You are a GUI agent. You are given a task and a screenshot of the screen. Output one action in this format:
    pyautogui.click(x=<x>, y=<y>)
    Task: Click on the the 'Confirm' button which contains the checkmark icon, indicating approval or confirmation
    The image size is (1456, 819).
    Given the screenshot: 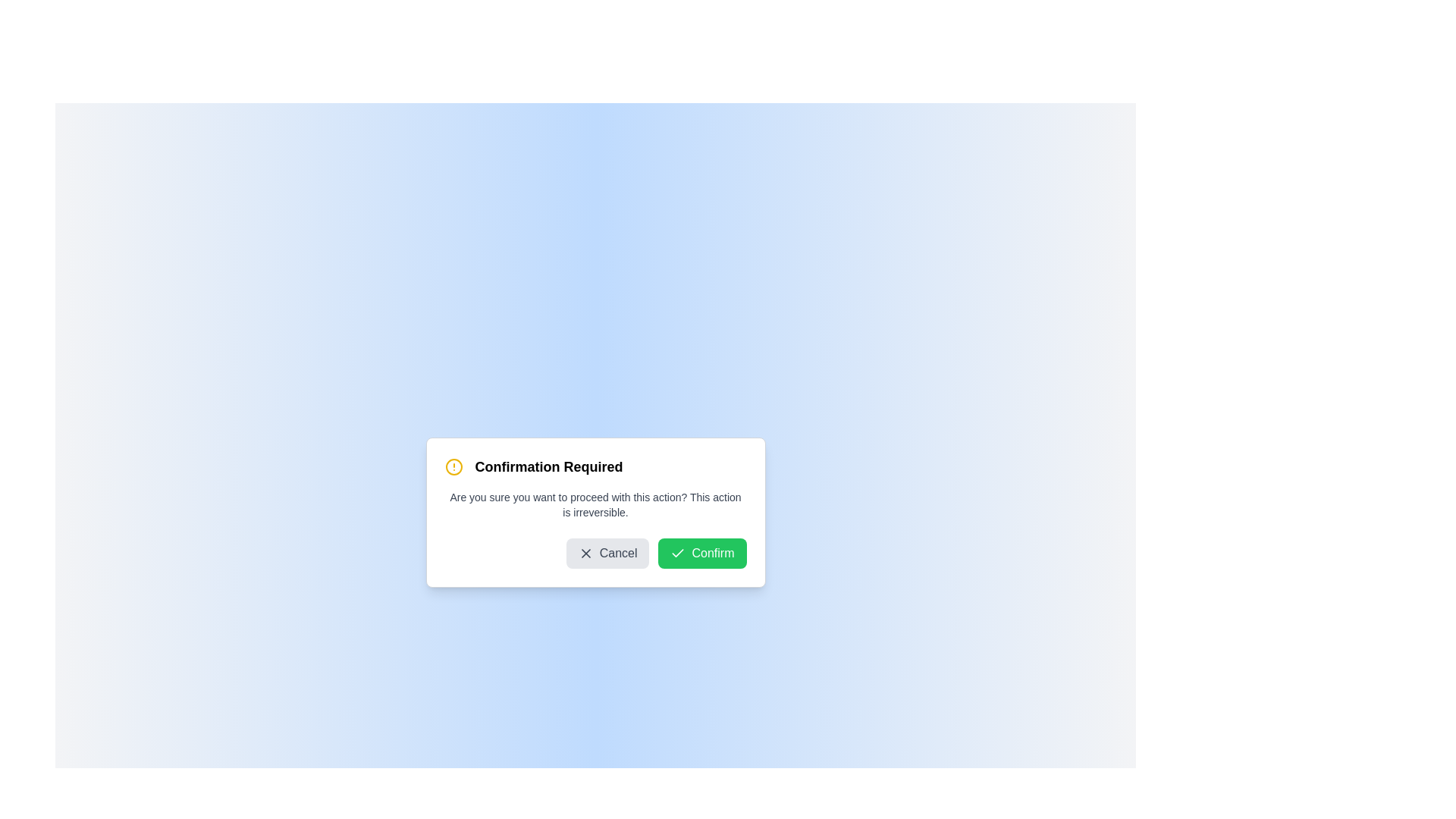 What is the action you would take?
    pyautogui.click(x=677, y=553)
    